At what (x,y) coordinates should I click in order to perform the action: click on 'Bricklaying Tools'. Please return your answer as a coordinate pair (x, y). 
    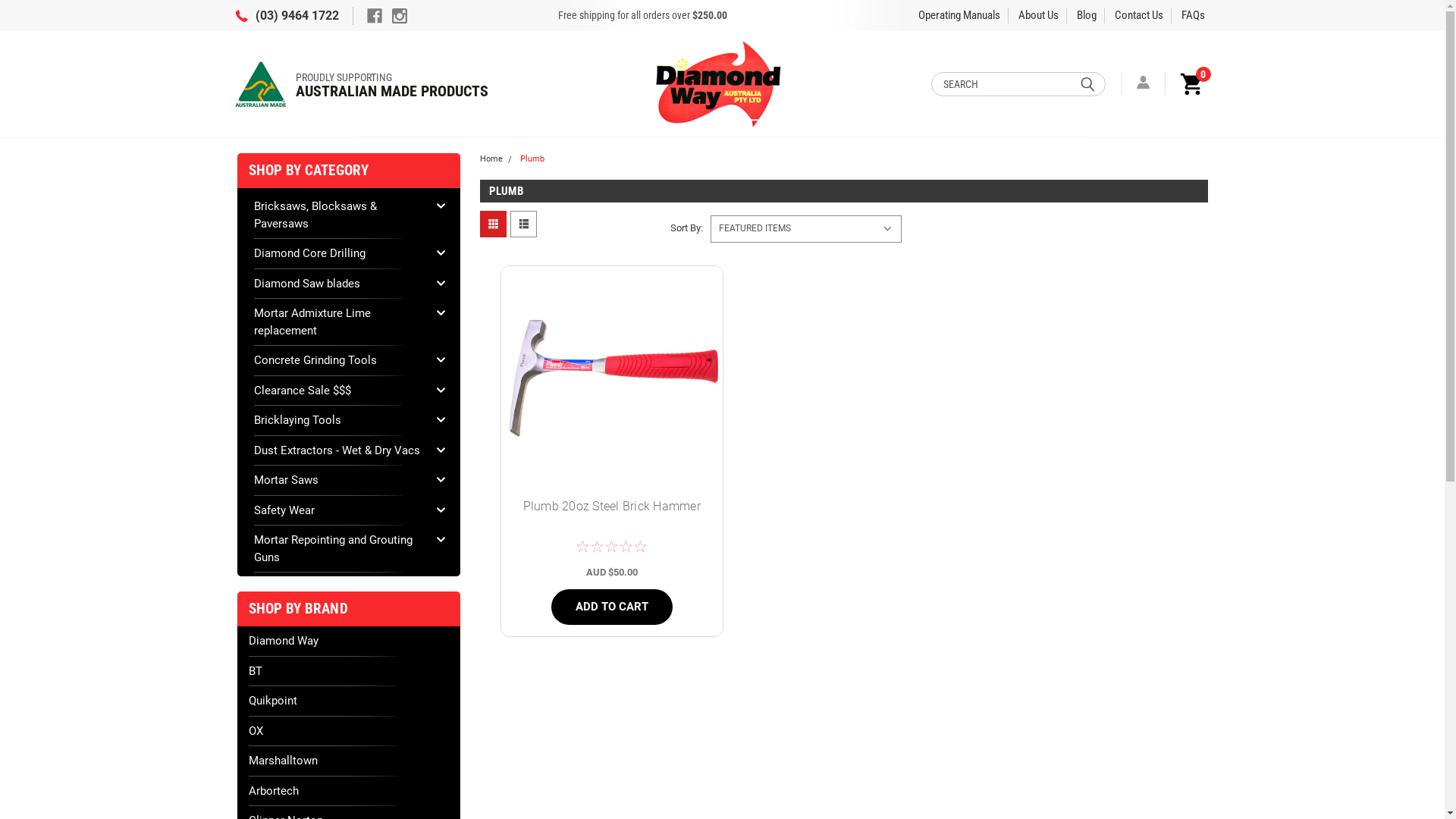
    Looking at the image, I should click on (338, 420).